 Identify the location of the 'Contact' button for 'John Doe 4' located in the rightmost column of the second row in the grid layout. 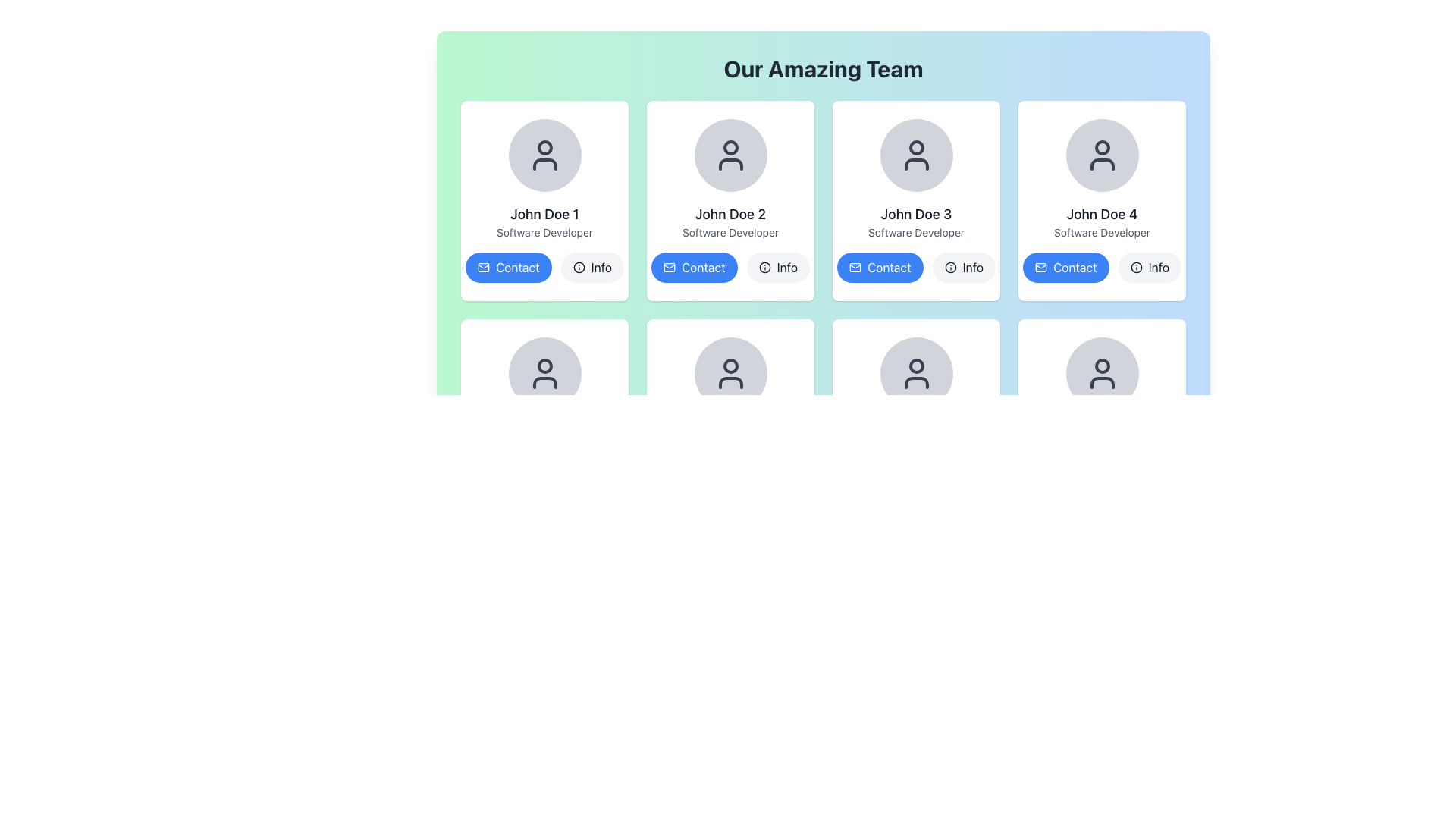
(1074, 267).